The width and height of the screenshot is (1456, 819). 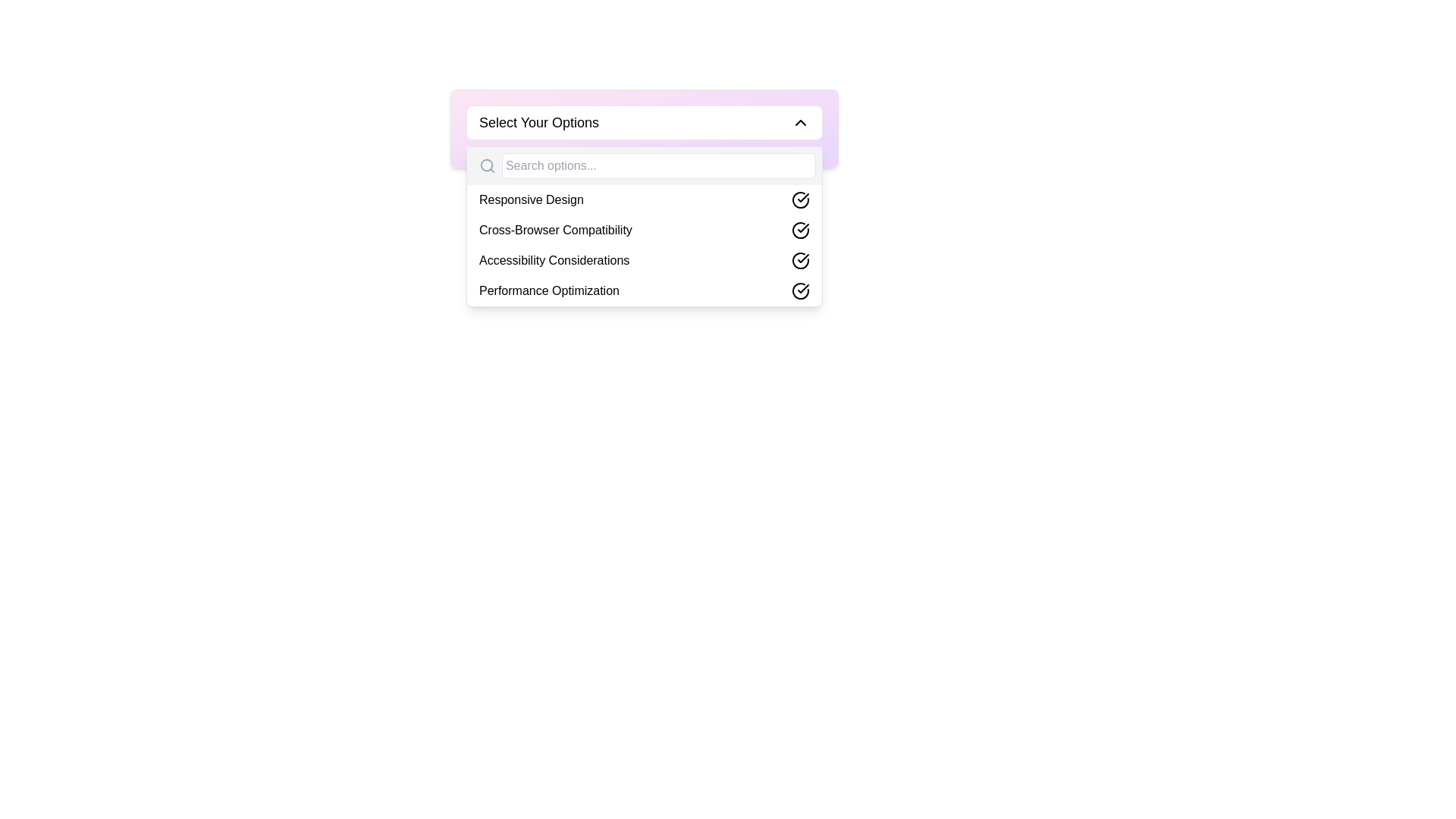 What do you see at coordinates (644, 231) in the screenshot?
I see `the 'Cross-Browser Compatibility' dropdown menu option` at bounding box center [644, 231].